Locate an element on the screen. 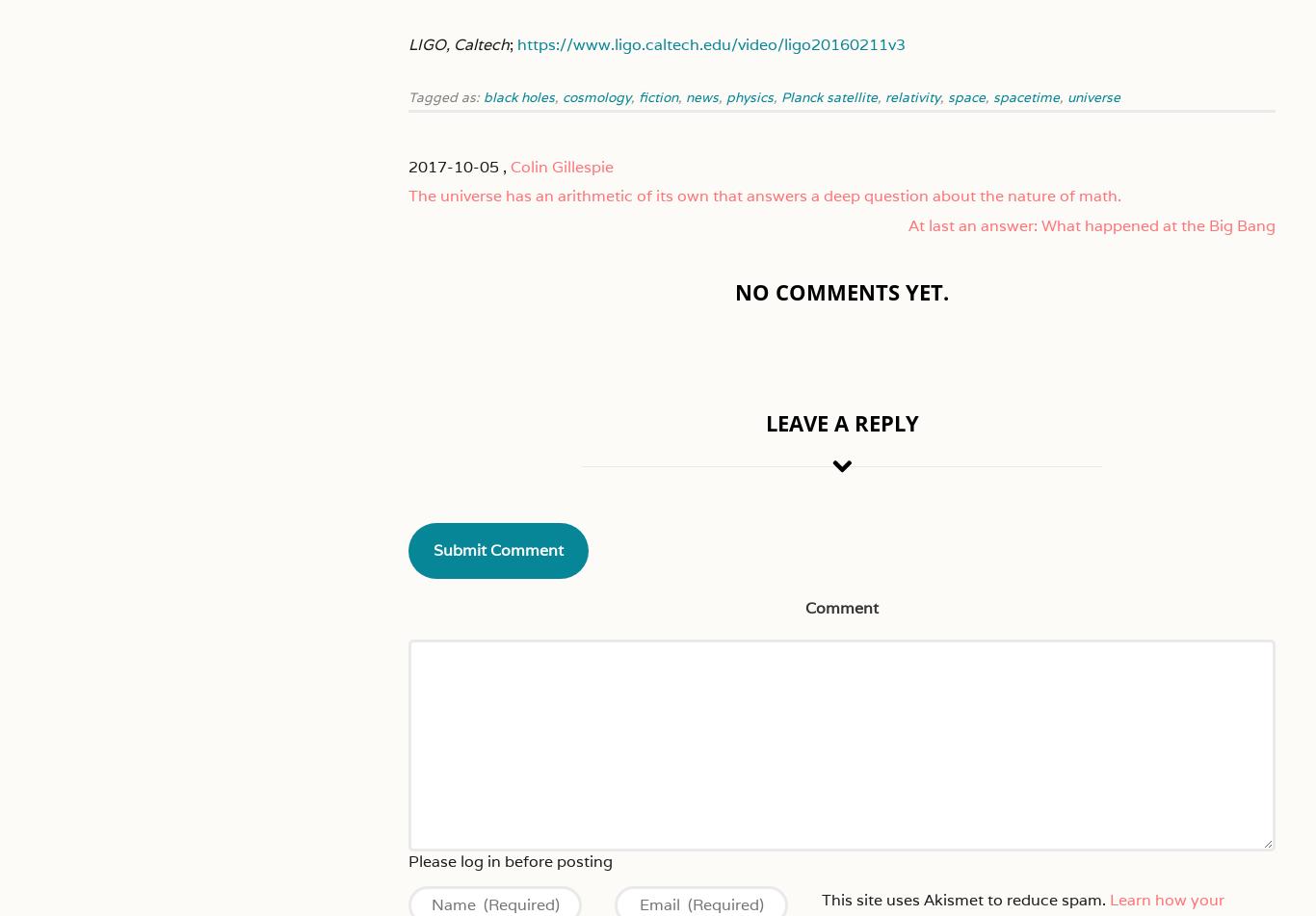  'LIGO, Caltech' is located at coordinates (459, 43).